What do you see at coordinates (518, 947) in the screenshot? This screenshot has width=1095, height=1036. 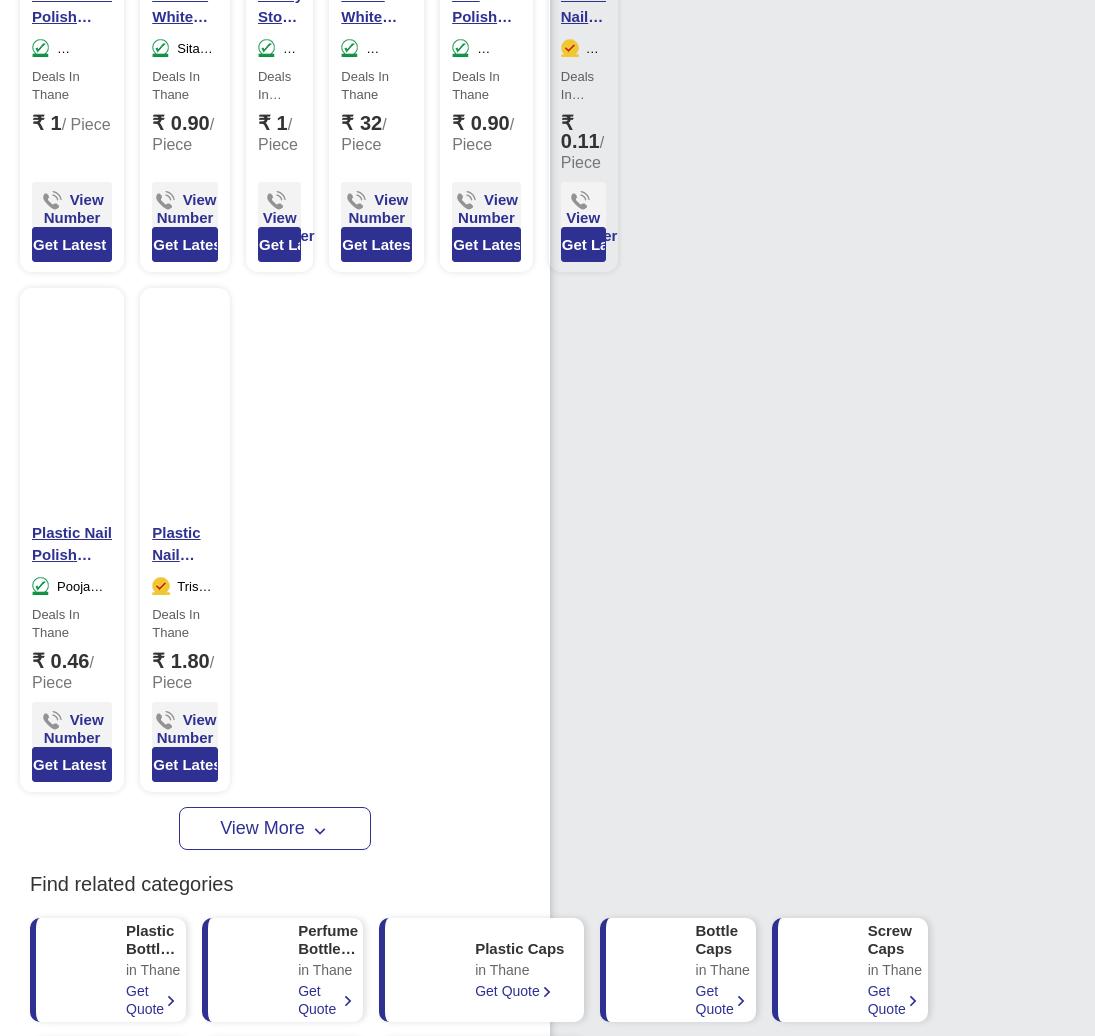 I see `'Plastic Caps'` at bounding box center [518, 947].